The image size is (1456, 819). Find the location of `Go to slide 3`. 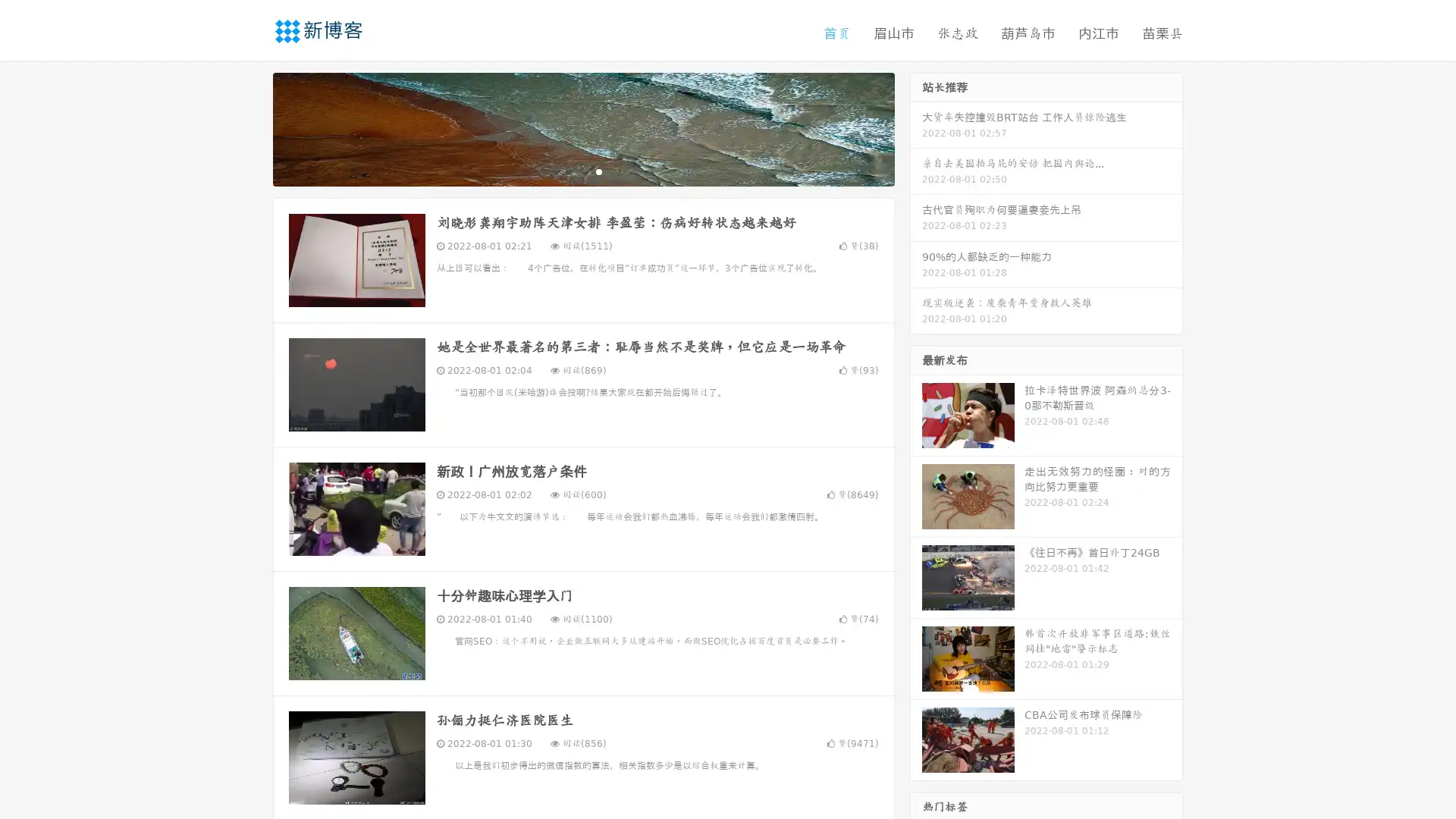

Go to slide 3 is located at coordinates (598, 171).